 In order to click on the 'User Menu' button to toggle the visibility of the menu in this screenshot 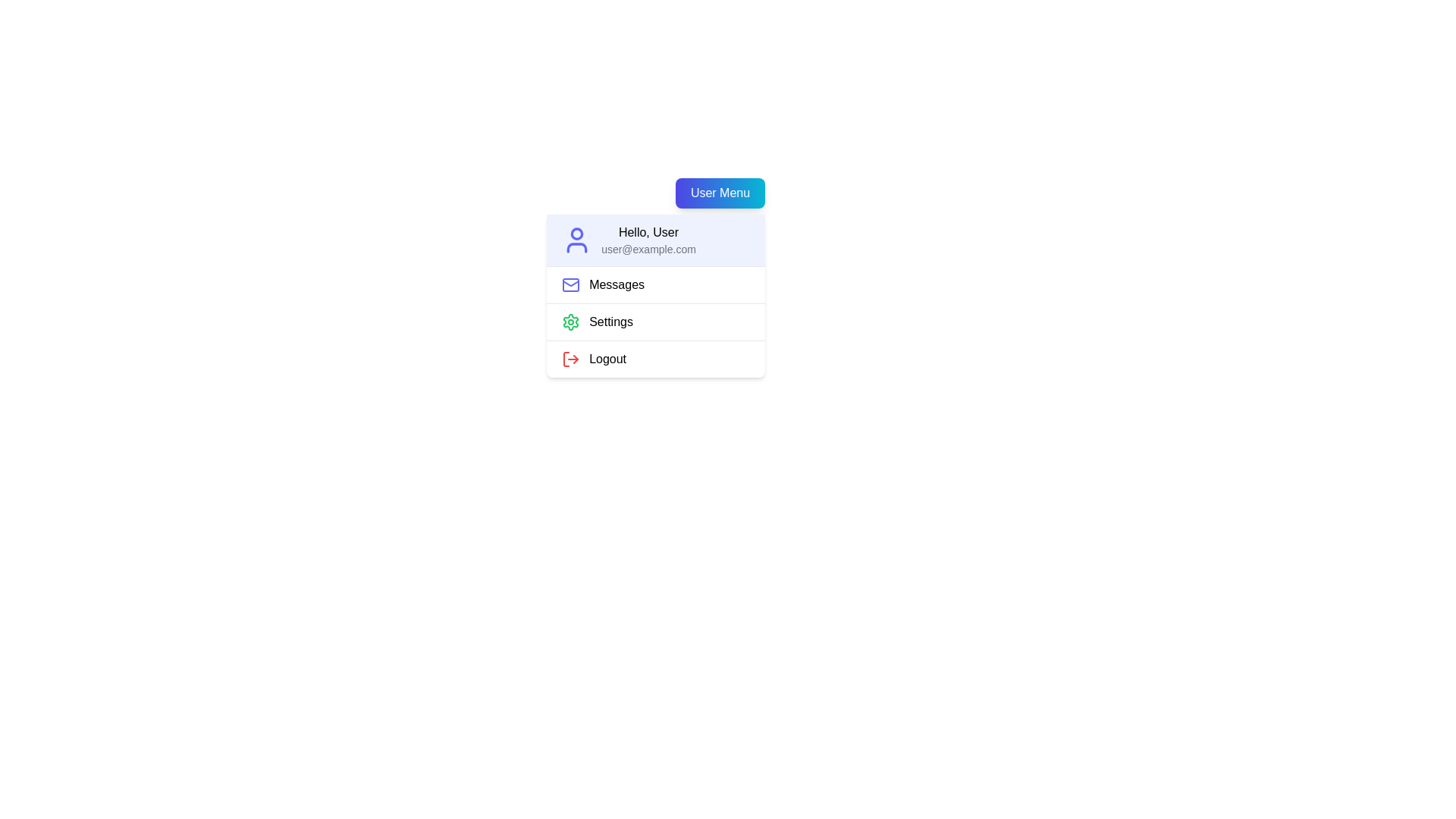, I will do `click(720, 192)`.